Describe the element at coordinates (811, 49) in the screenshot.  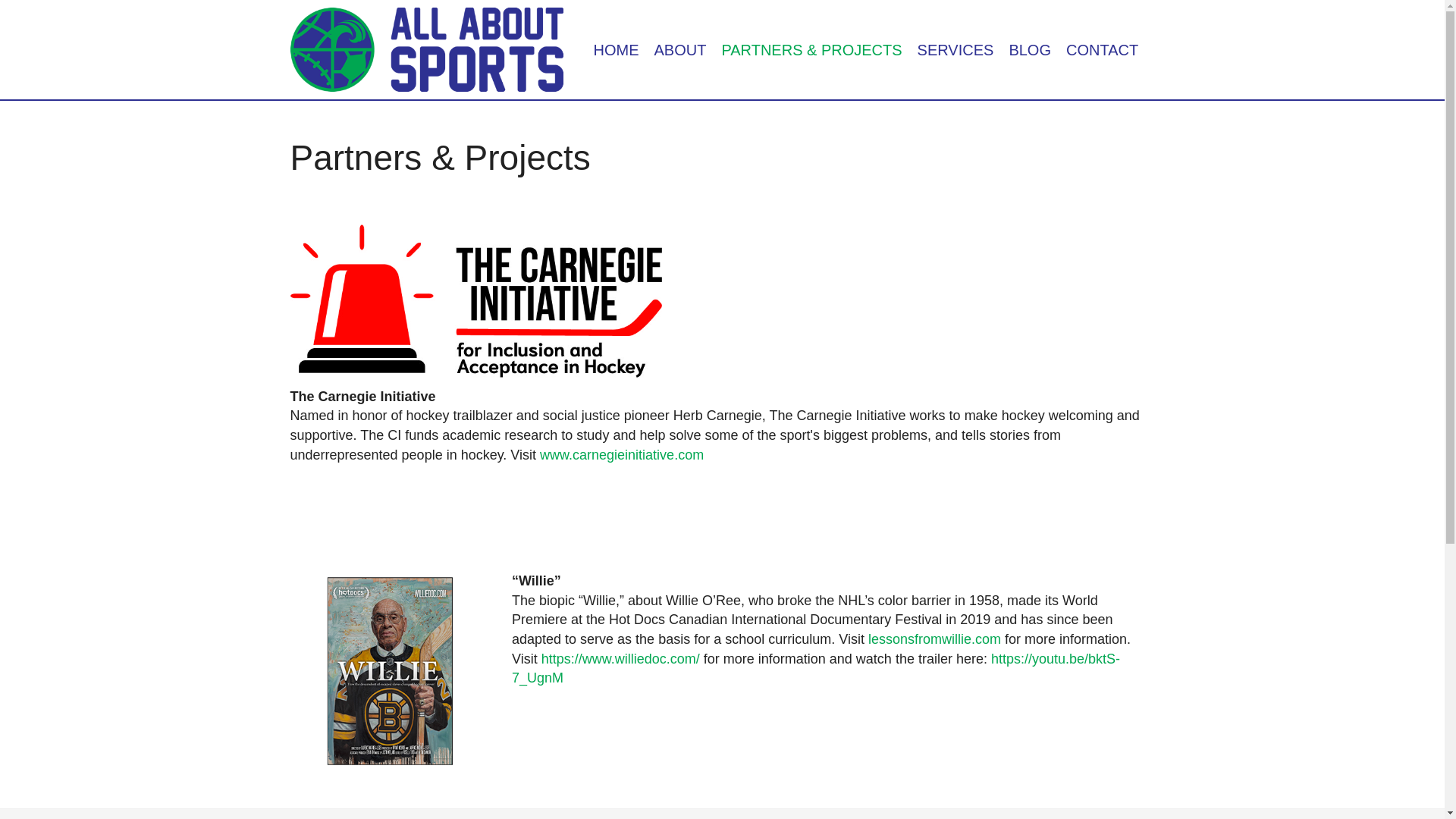
I see `'PARTNERS & PROJECTS'` at that location.